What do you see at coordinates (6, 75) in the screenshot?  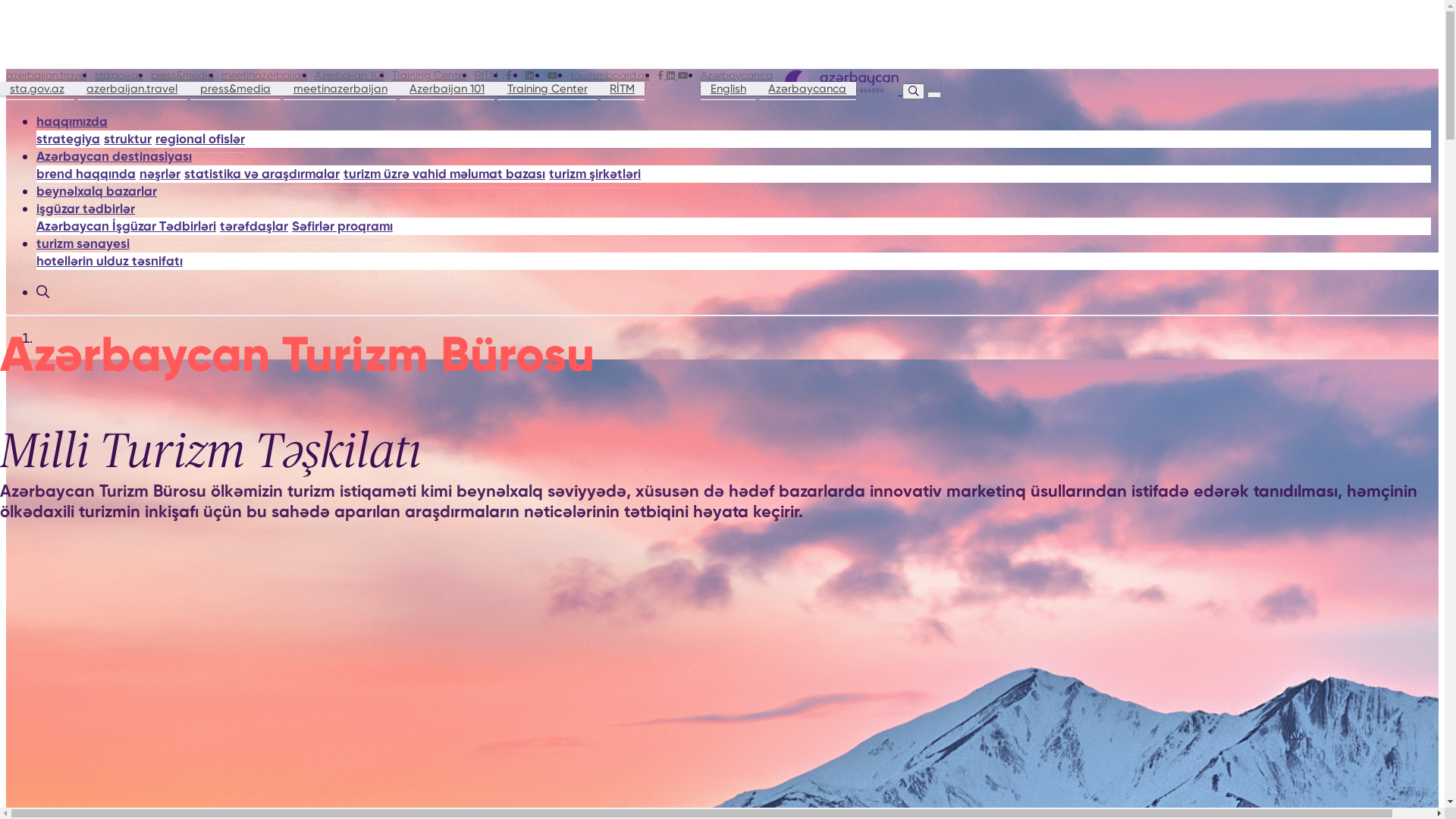 I see `'azerbaijan.travel'` at bounding box center [6, 75].